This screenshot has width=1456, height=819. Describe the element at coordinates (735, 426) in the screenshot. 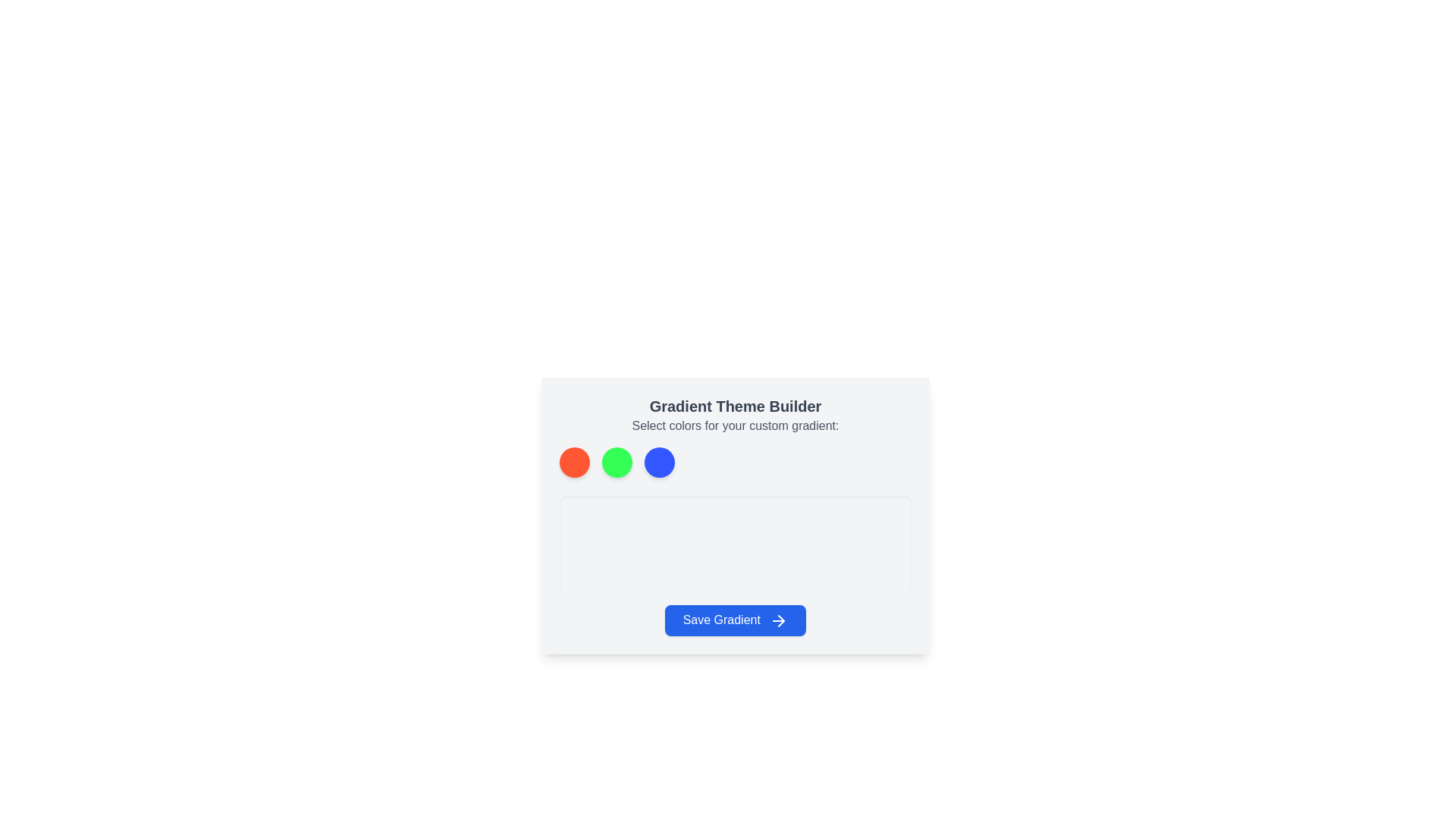

I see `the static text label reading 'Select colors for your custom gradient:' which is styled in gray and positioned below the title 'Gradient Theme Builder'` at that location.